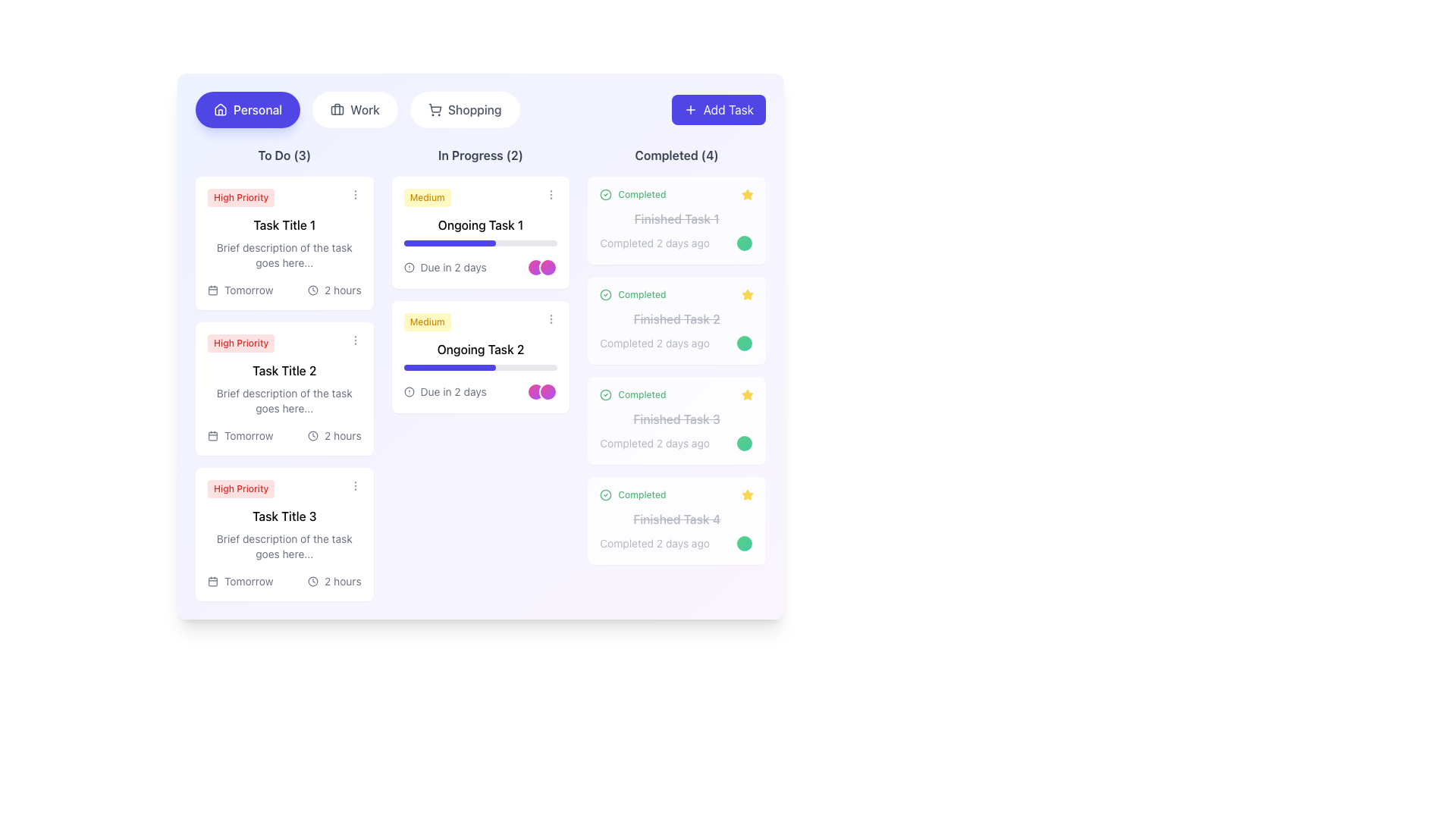 Image resolution: width=1456 pixels, height=819 pixels. I want to click on text from the time-related detail label located in the lower-right section of the 'Task Title 3' card in the 'To Do' column, positioned to the right of the SVG clock icon, so click(342, 581).